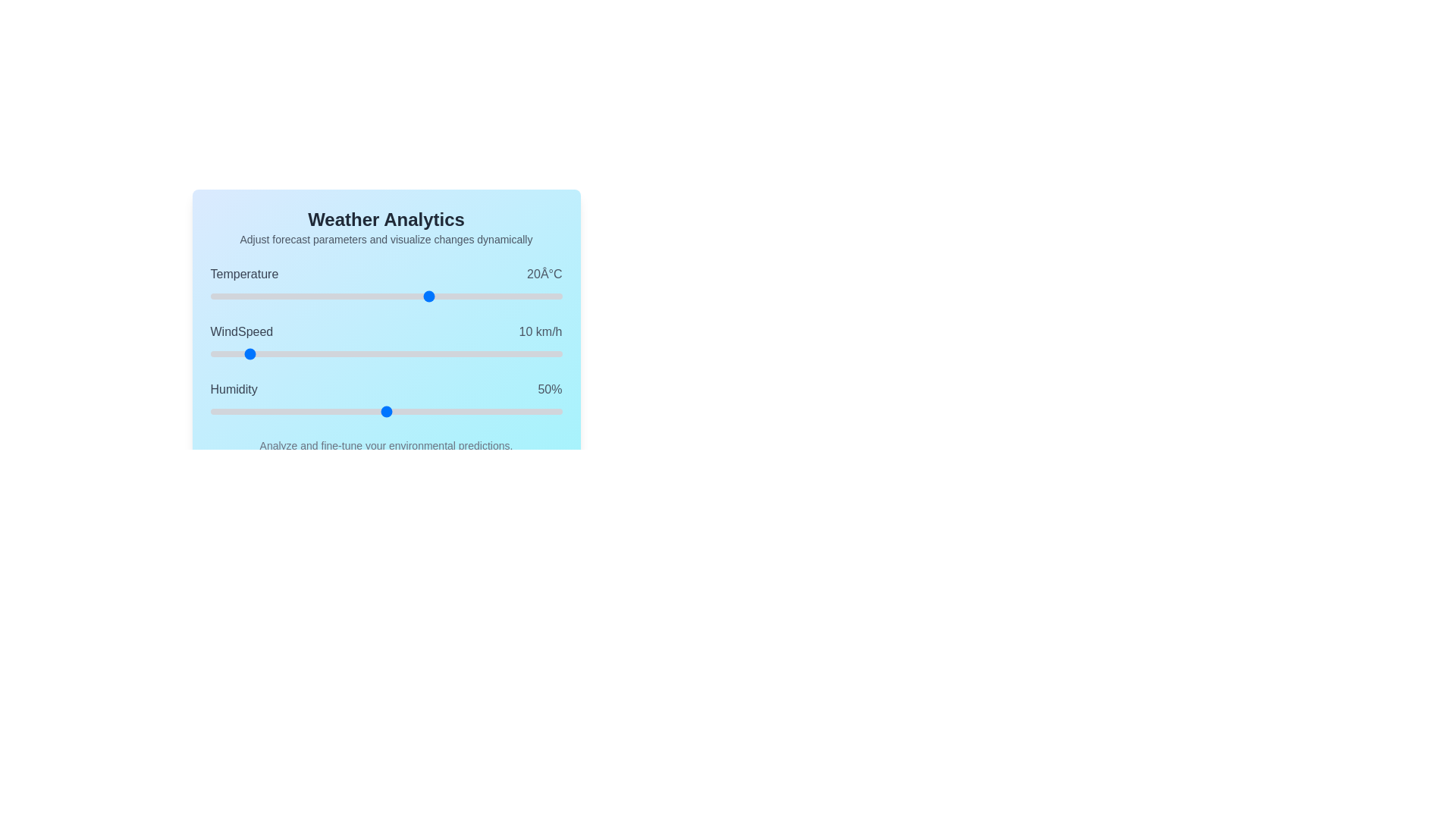  I want to click on the Humidity slider to set its value to 14, so click(259, 412).